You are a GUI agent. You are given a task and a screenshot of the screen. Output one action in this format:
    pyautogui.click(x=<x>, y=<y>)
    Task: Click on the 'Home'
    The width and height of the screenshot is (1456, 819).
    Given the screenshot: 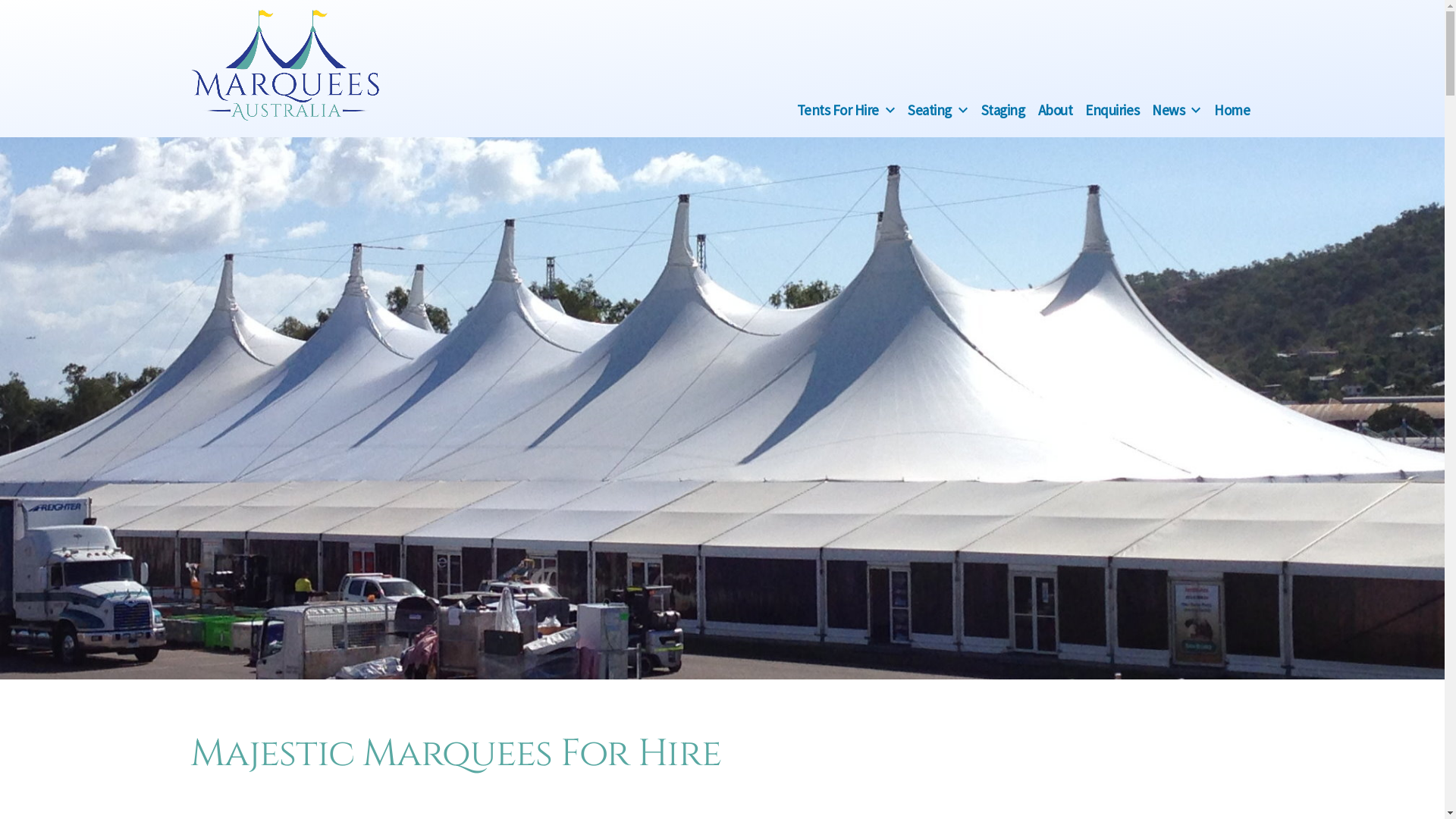 What is the action you would take?
    pyautogui.click(x=1214, y=108)
    